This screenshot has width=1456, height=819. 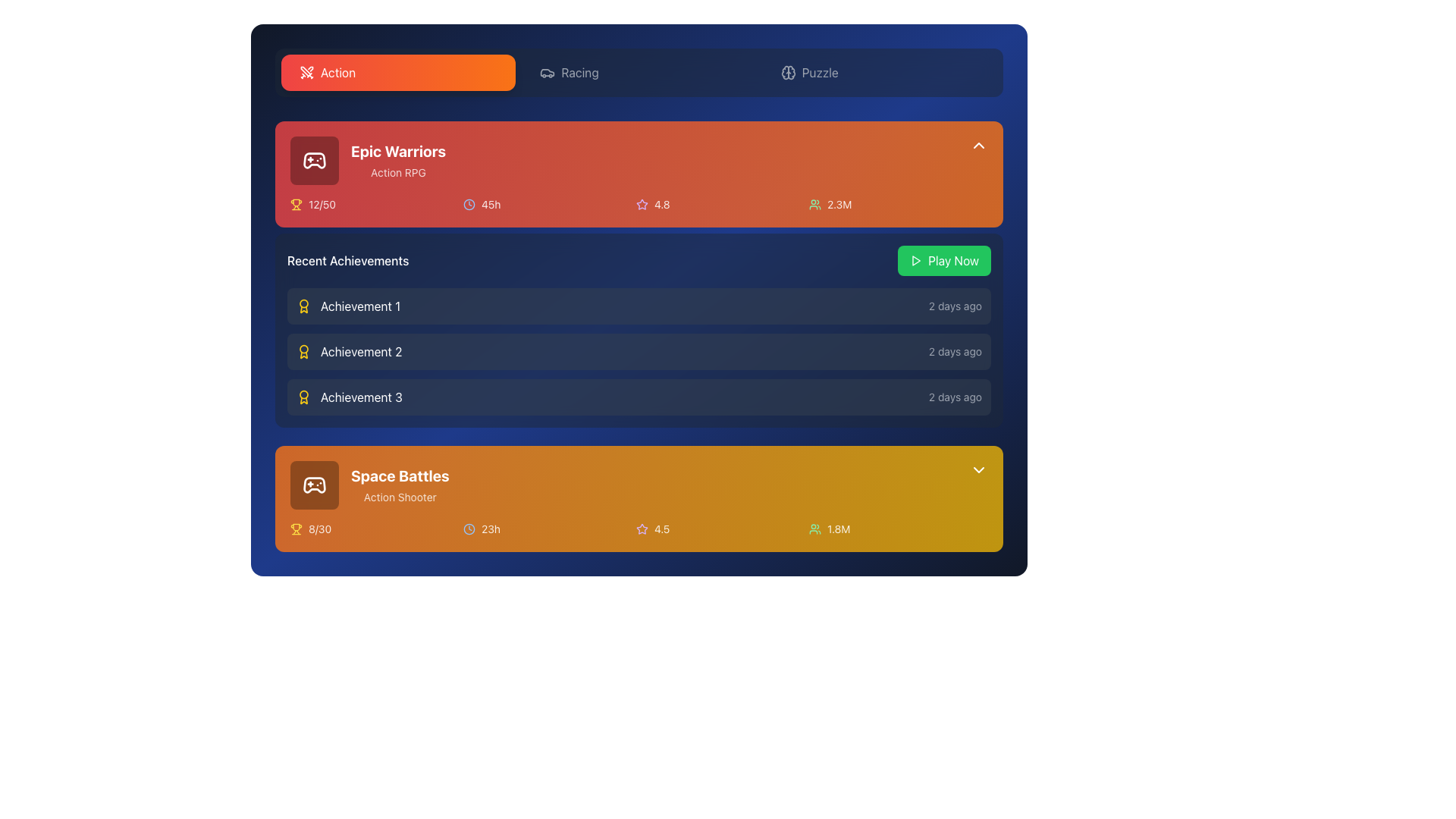 I want to click on the non-interactable gaming icon located within the red card header labeled 'Epic Warriors' on the left side, so click(x=313, y=161).